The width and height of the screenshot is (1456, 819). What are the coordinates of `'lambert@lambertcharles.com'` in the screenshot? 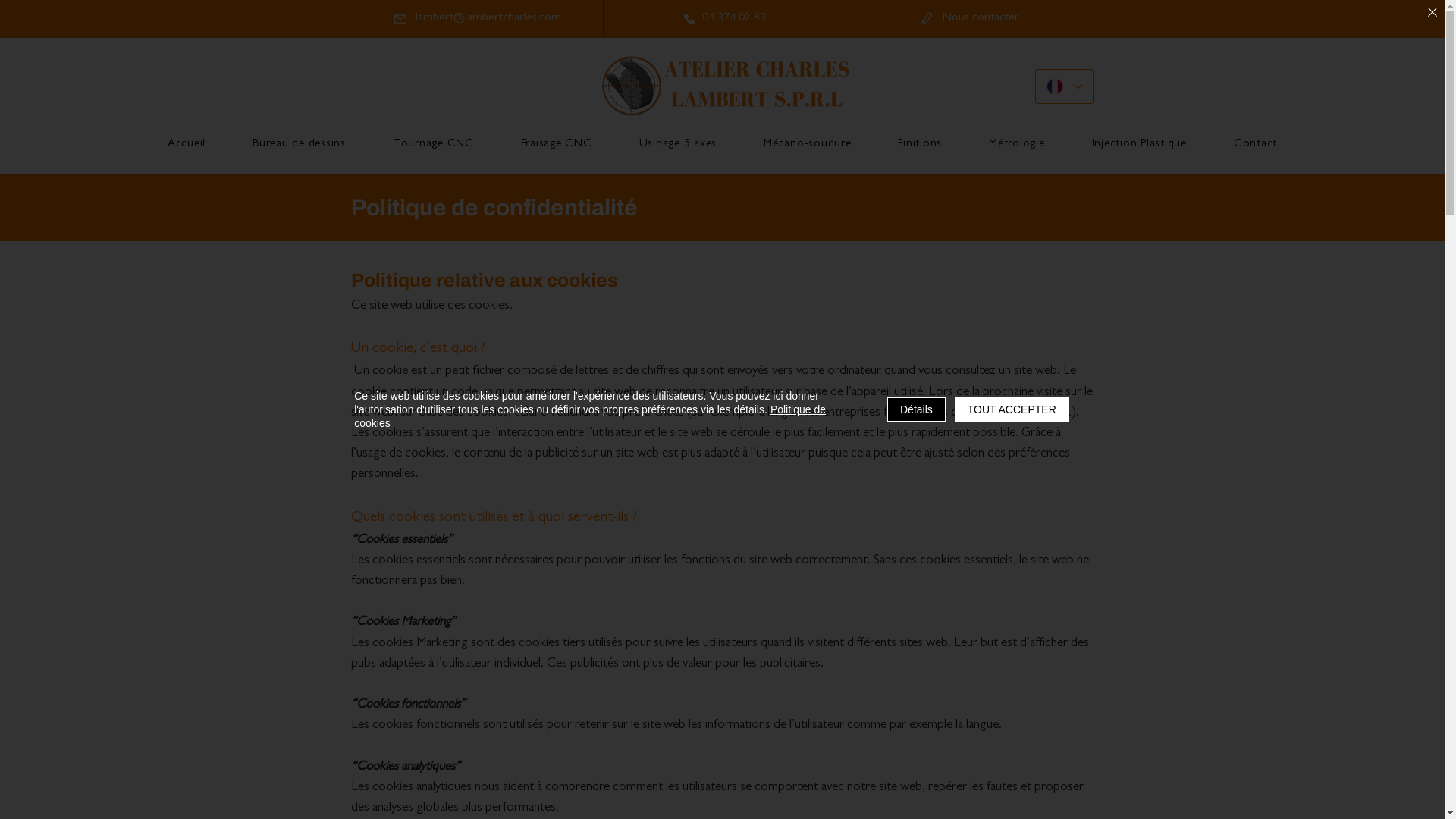 It's located at (475, 18).